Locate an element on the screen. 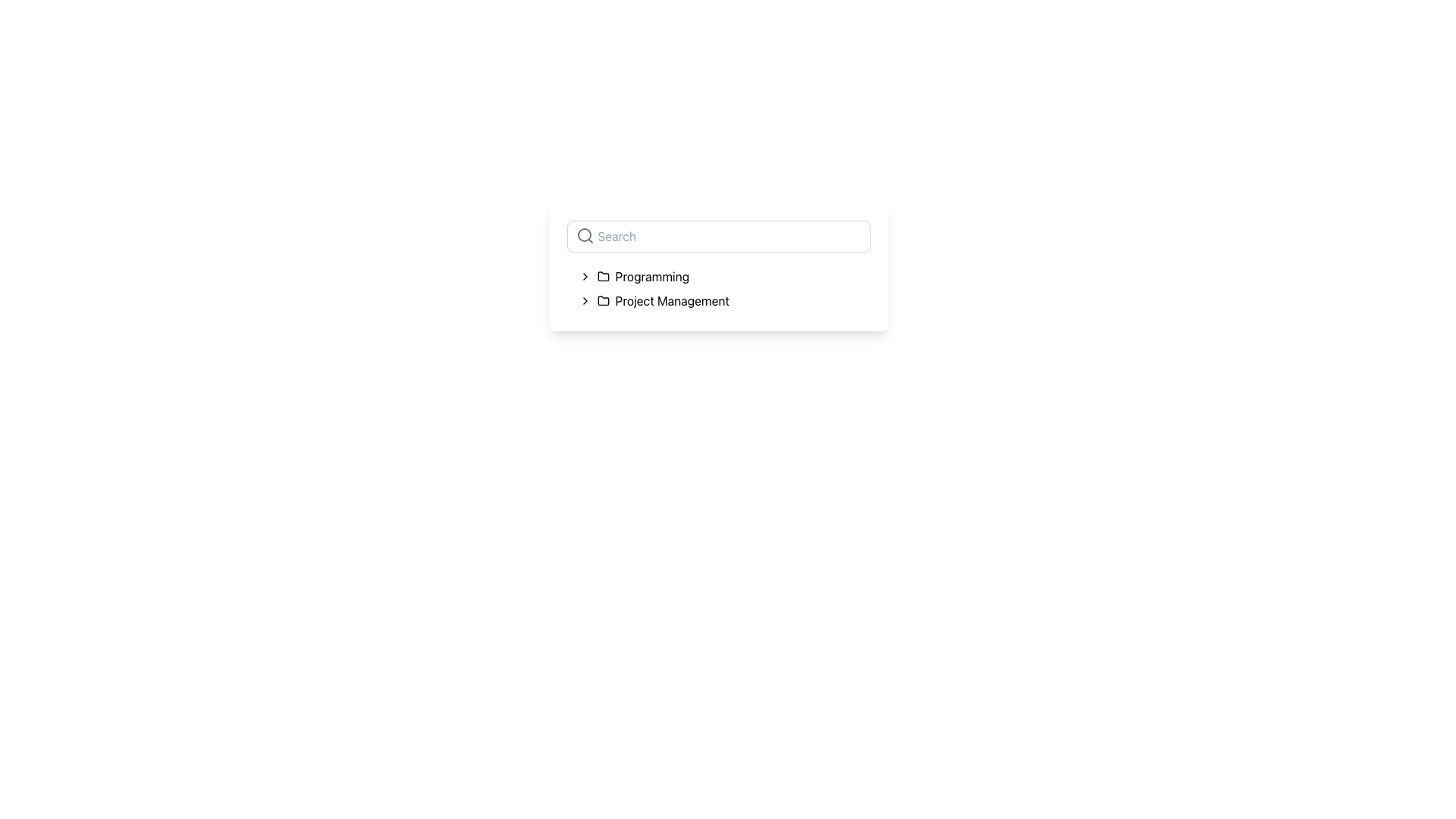 The width and height of the screenshot is (1456, 819). the 'Project Management' hierarchical list item to expand or collapse it is located at coordinates (723, 301).